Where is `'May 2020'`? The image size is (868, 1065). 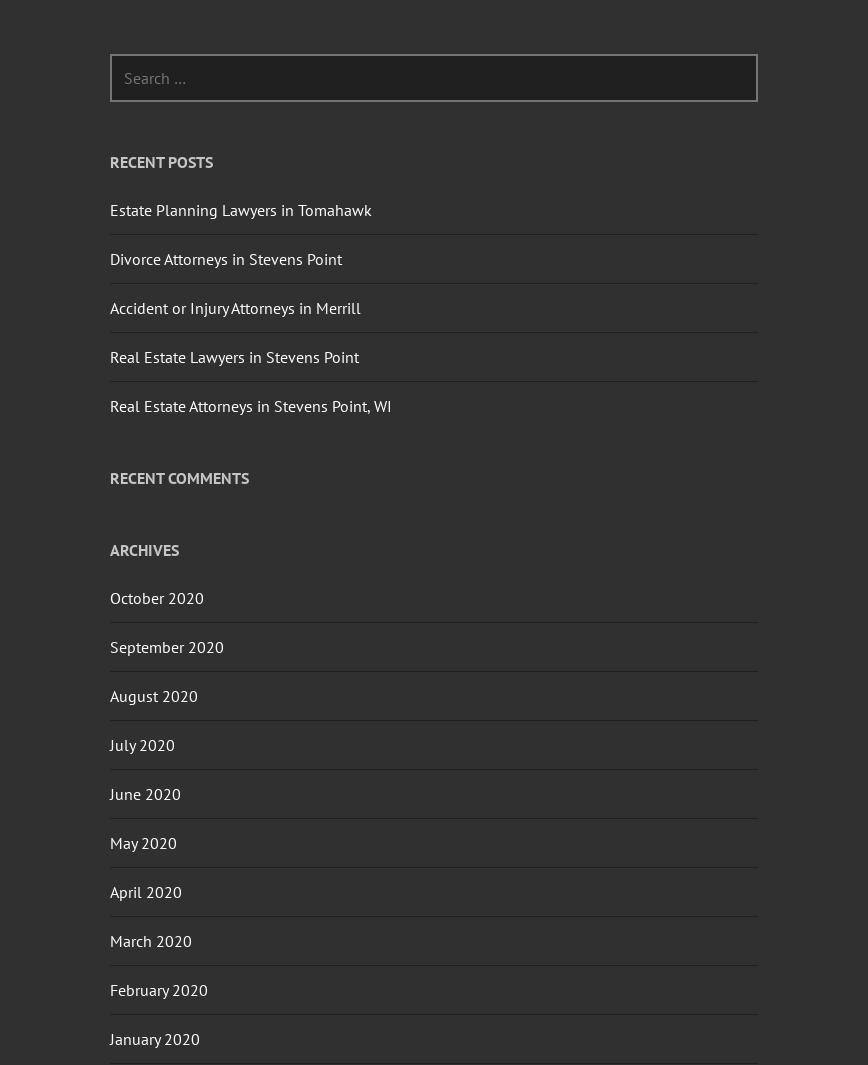
'May 2020' is located at coordinates (143, 841).